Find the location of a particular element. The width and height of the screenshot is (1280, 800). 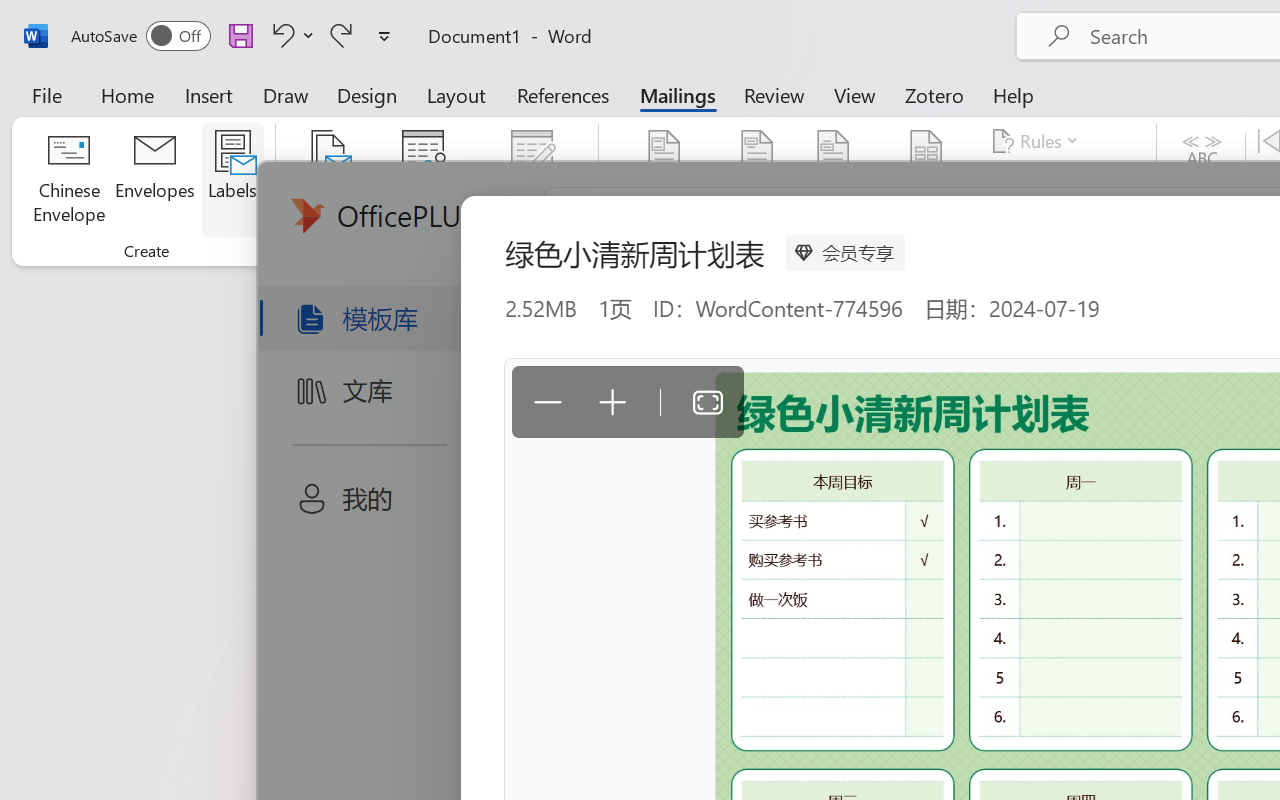

'Envelopes...' is located at coordinates (154, 179).